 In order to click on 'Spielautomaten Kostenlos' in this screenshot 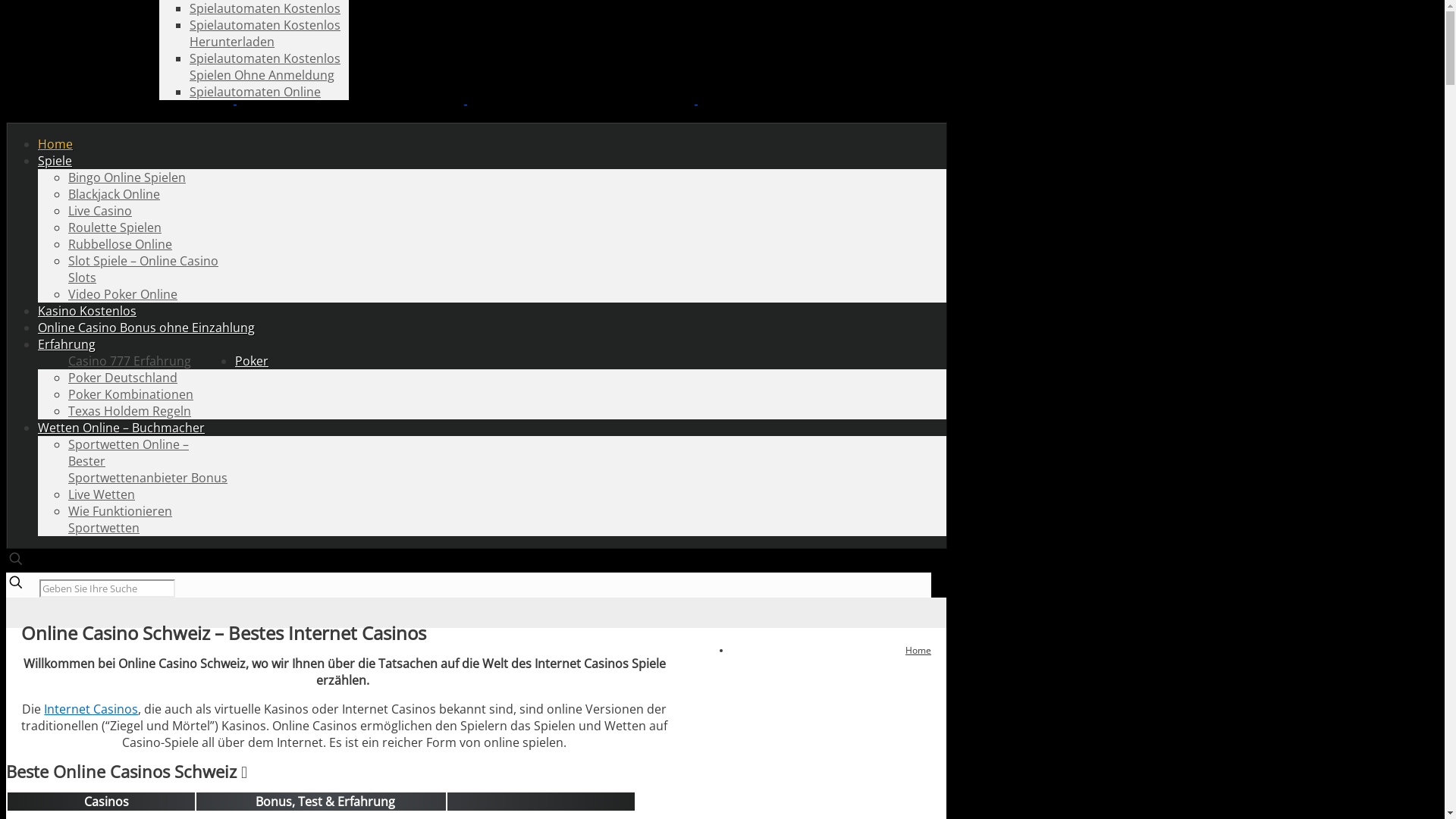, I will do `click(188, 8)`.